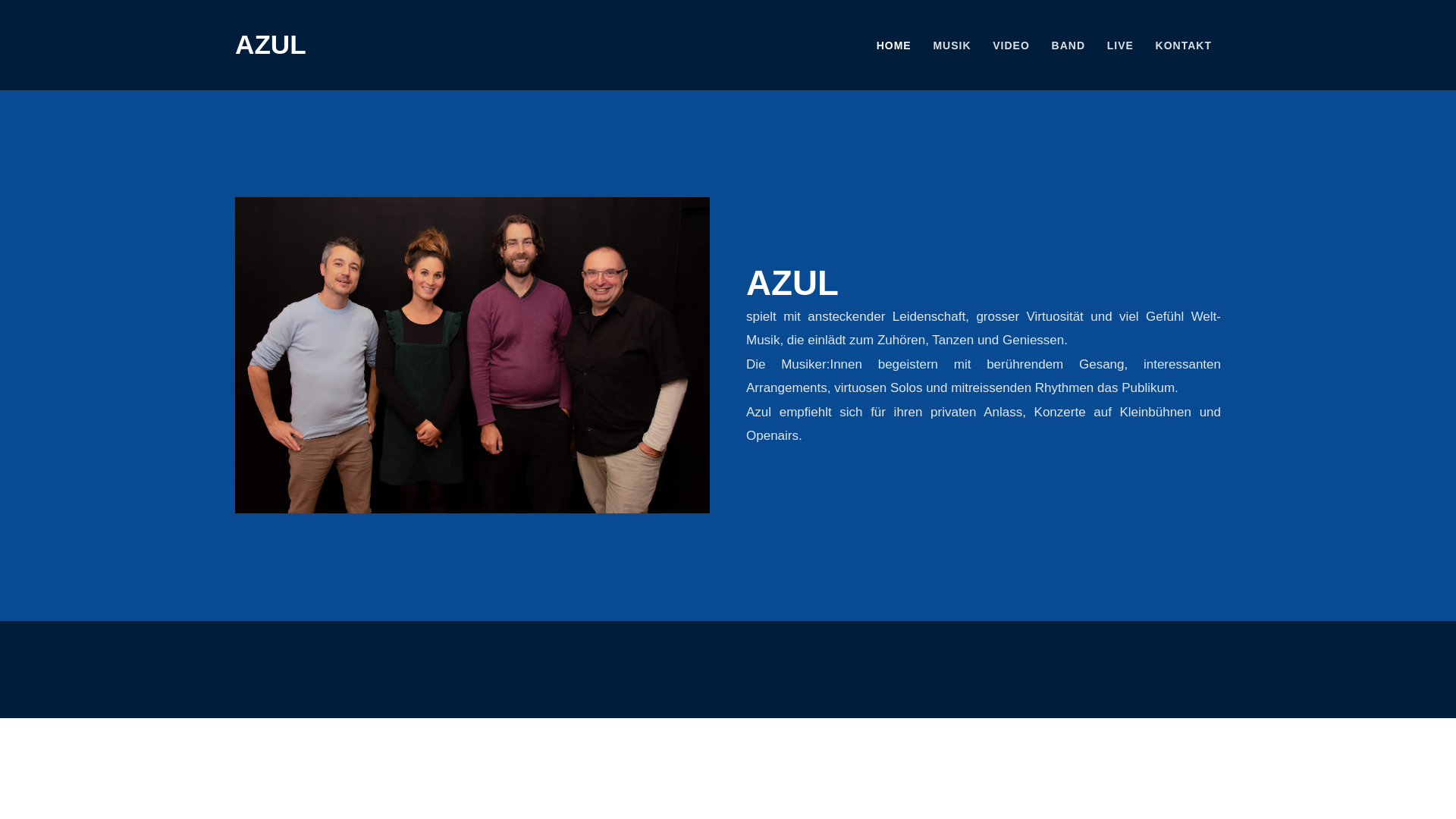 Image resolution: width=1456 pixels, height=819 pixels. I want to click on 'HOME', so click(867, 45).